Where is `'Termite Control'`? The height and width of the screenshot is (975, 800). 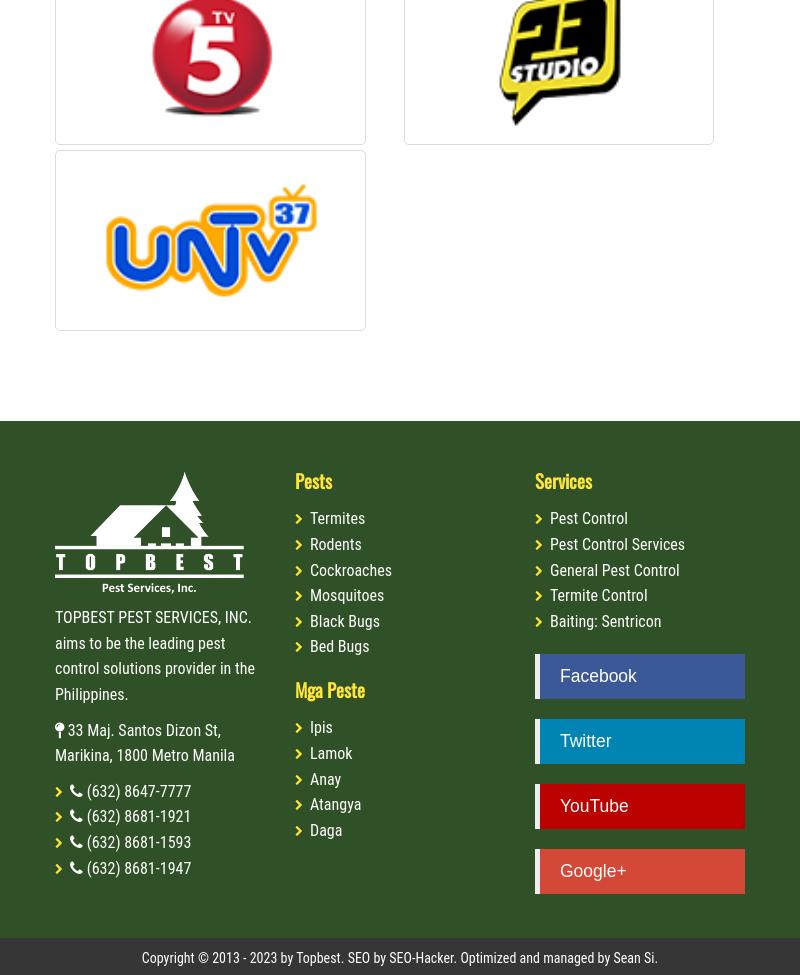 'Termite Control' is located at coordinates (597, 595).